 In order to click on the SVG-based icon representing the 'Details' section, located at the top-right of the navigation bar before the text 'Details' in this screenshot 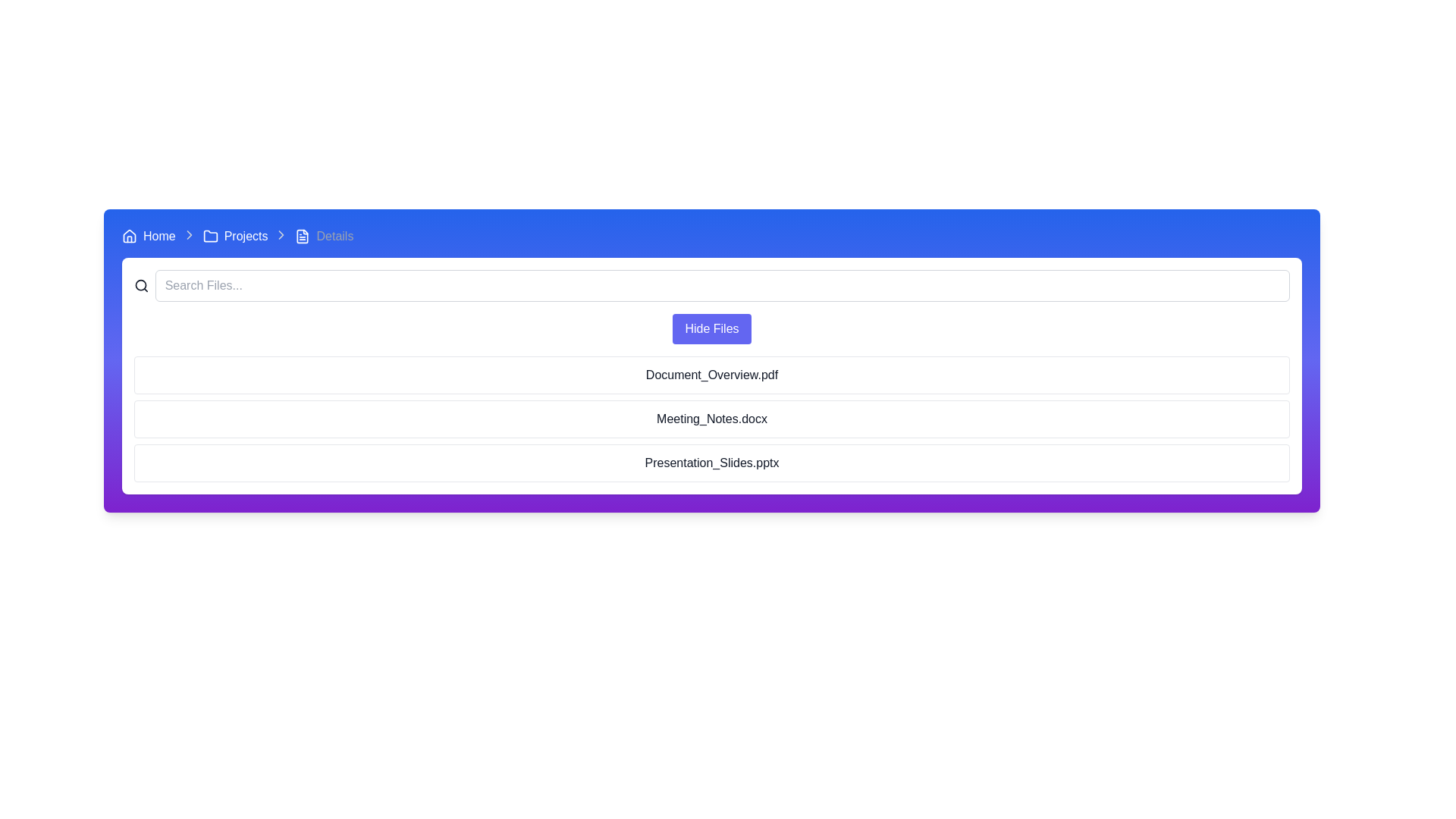, I will do `click(303, 237)`.